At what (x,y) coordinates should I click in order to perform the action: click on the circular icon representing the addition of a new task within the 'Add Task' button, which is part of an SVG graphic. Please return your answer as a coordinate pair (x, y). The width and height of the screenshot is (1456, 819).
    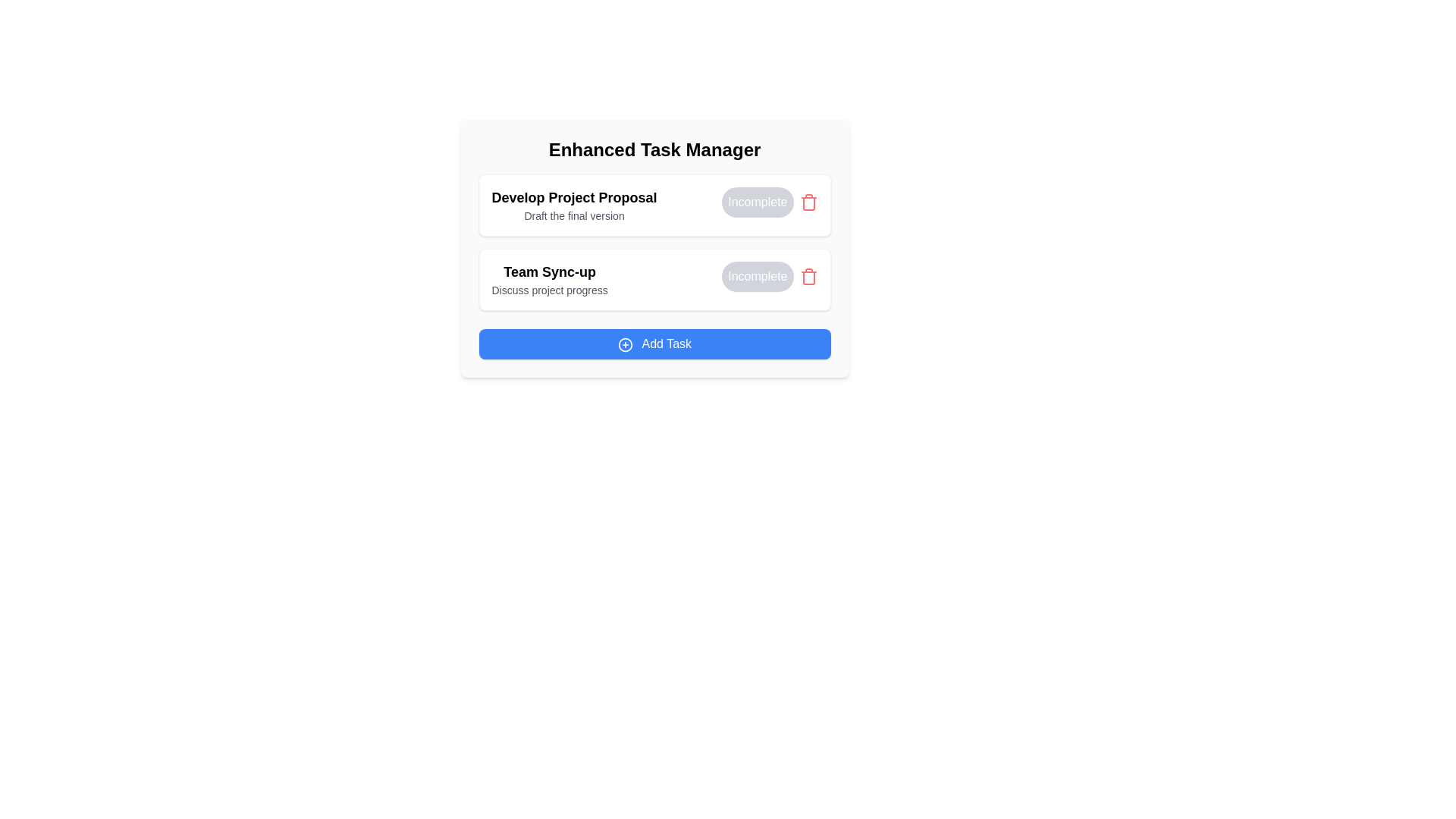
    Looking at the image, I should click on (626, 344).